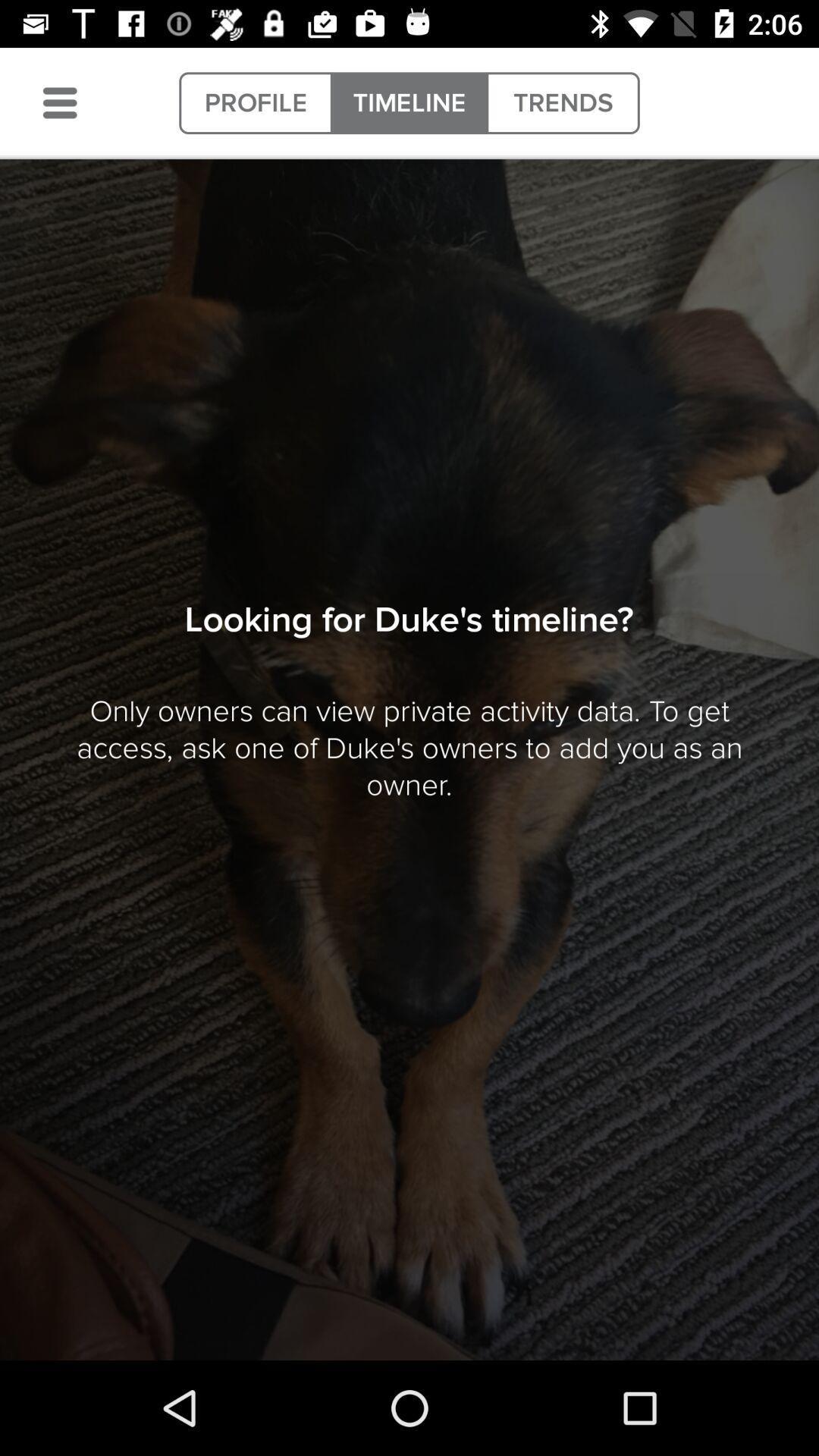 Image resolution: width=819 pixels, height=1456 pixels. I want to click on item to the left of the timeline item, so click(255, 102).